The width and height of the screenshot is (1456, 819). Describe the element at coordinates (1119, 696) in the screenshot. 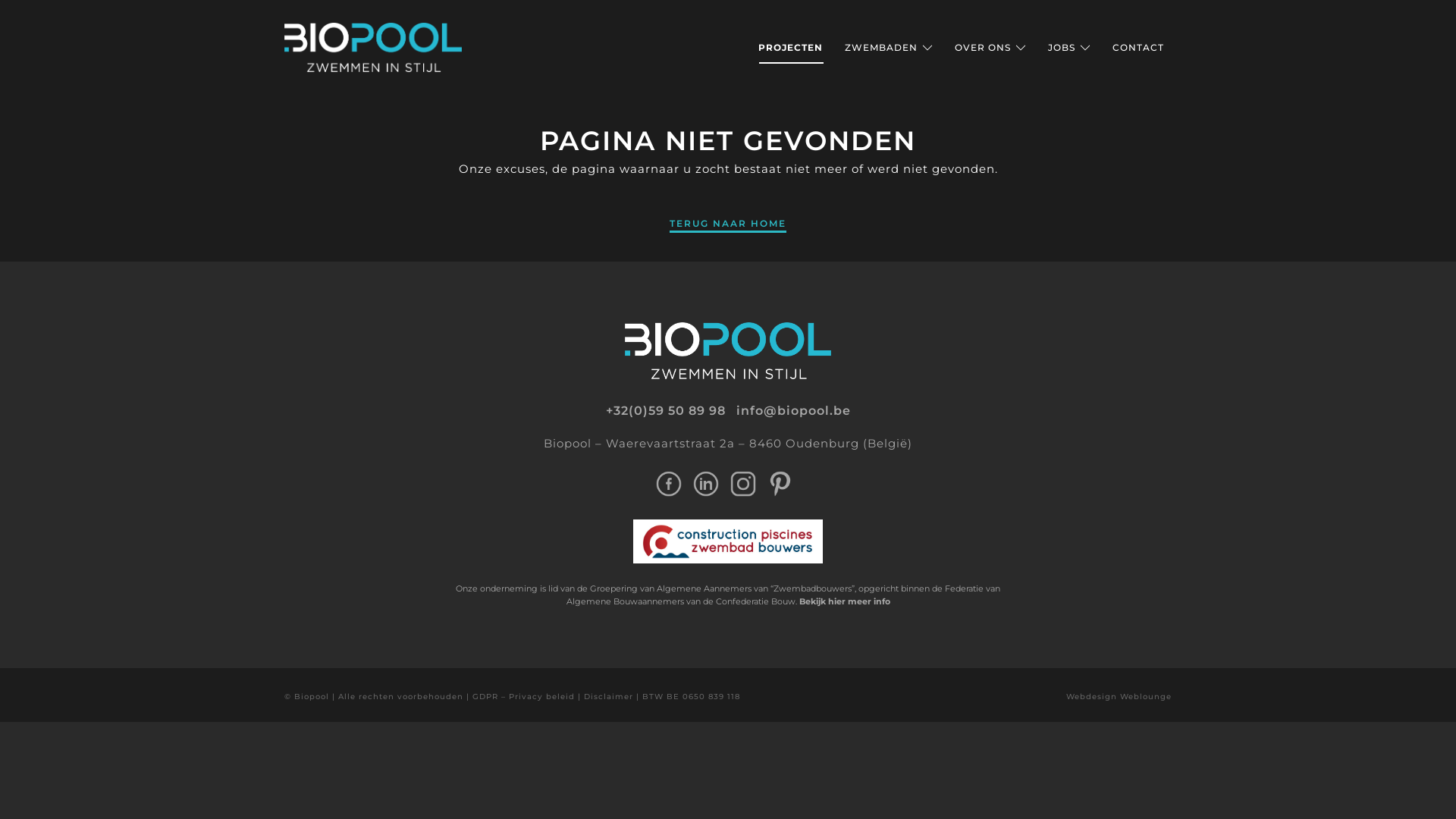

I see `'Webdesign Weblounge'` at that location.